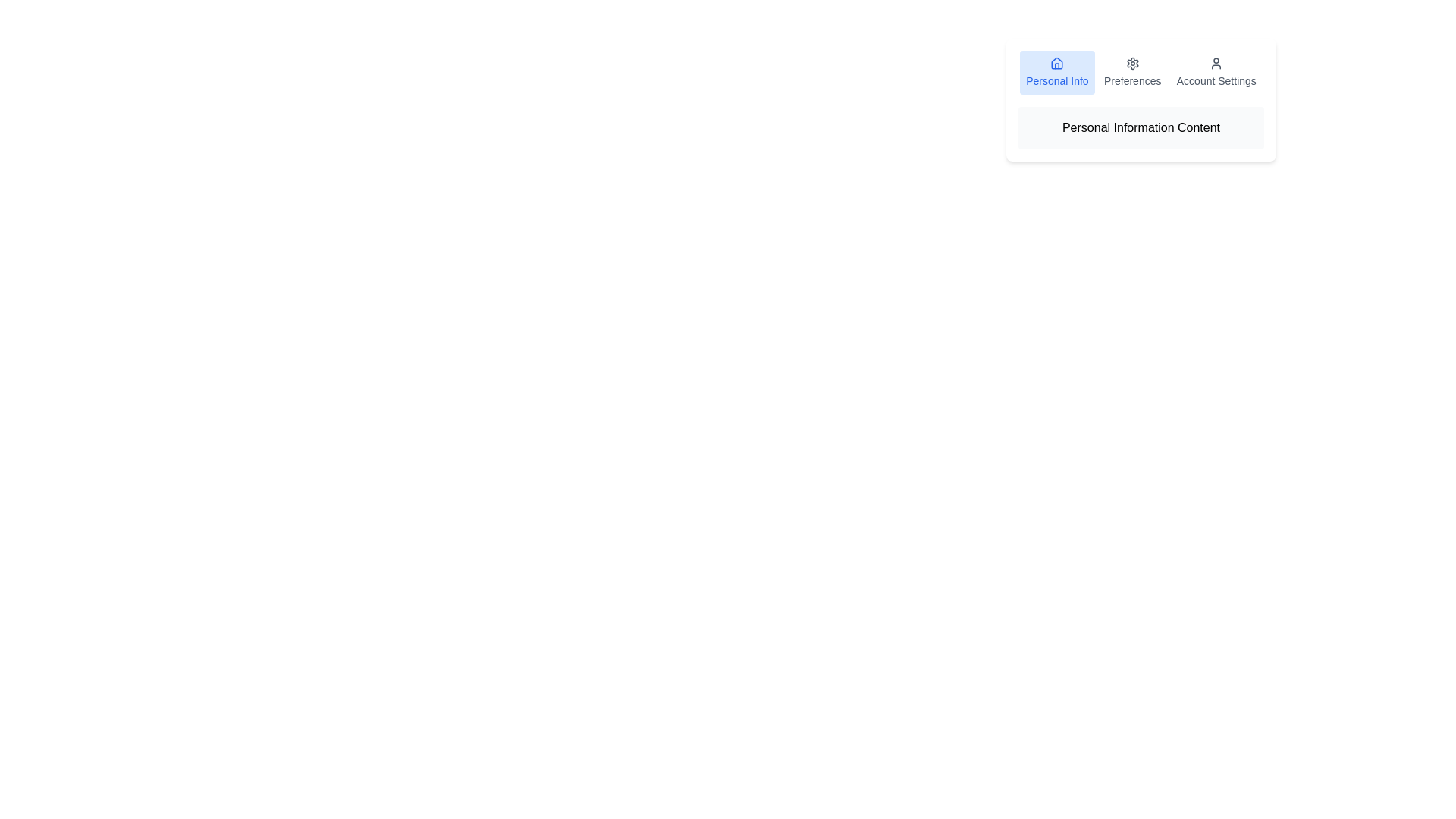 This screenshot has width=1456, height=819. I want to click on the 'Personal Info' button located on the far left of the horizontal navigation bar, so click(1056, 73).